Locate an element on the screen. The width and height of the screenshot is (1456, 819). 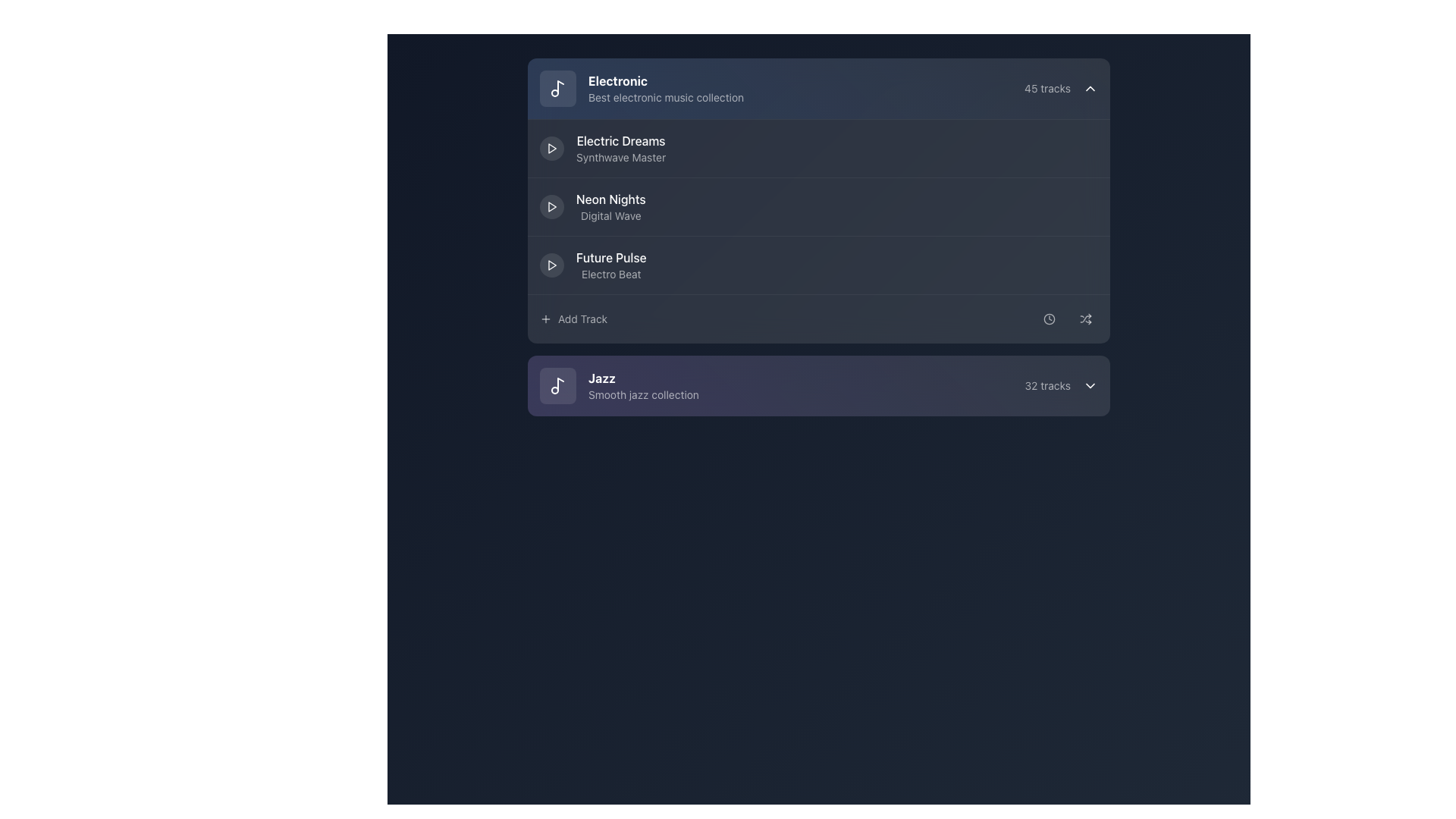
the 'Add Track' button with a plus icon, which is located in the bottom section of the 'Electronic' group, directly below 'Future Pulse' and above 'Jazz' is located at coordinates (573, 318).